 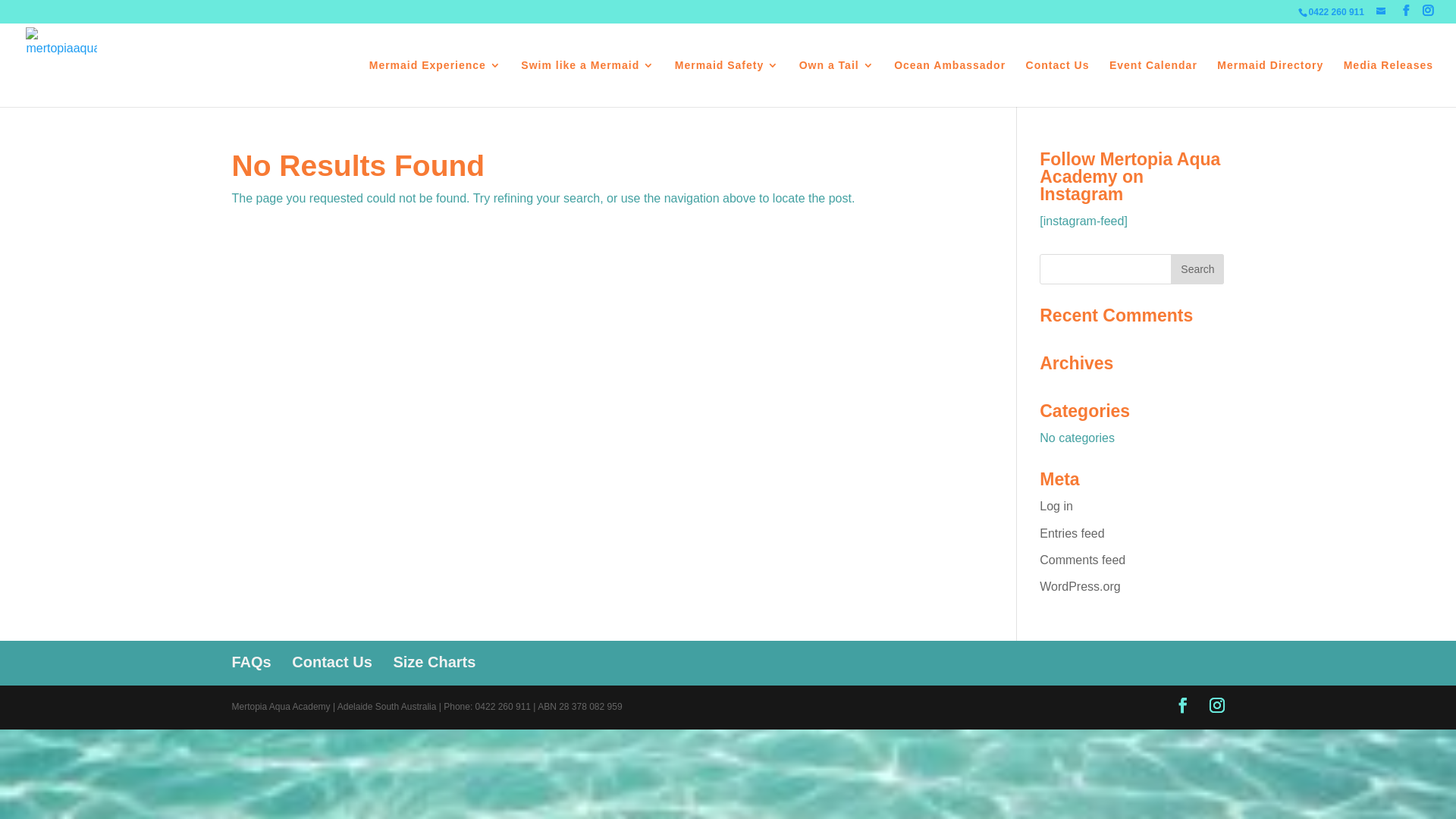 I want to click on 'Comments feed', so click(x=1081, y=560).